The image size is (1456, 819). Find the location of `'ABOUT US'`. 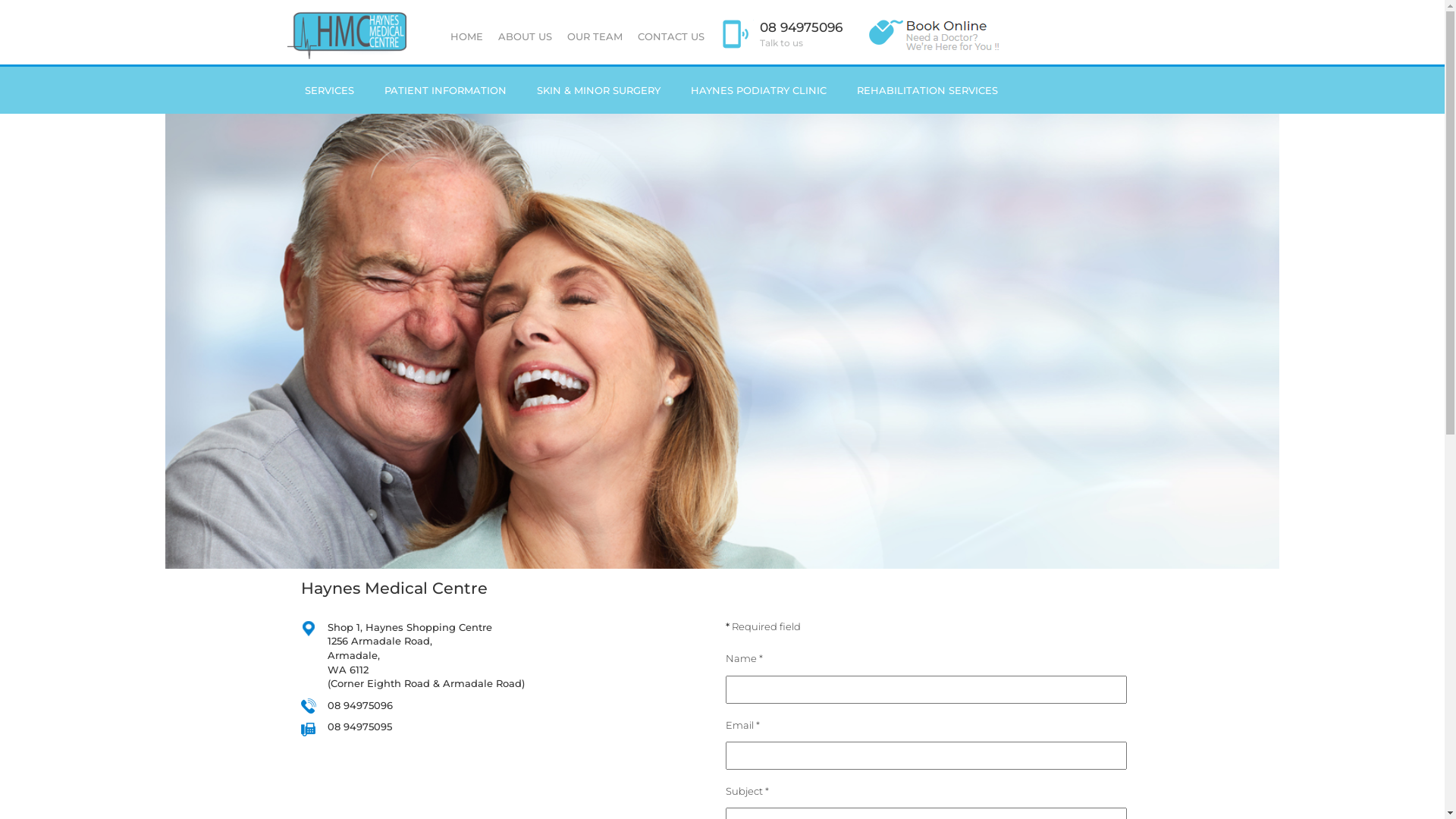

'ABOUT US' is located at coordinates (524, 35).